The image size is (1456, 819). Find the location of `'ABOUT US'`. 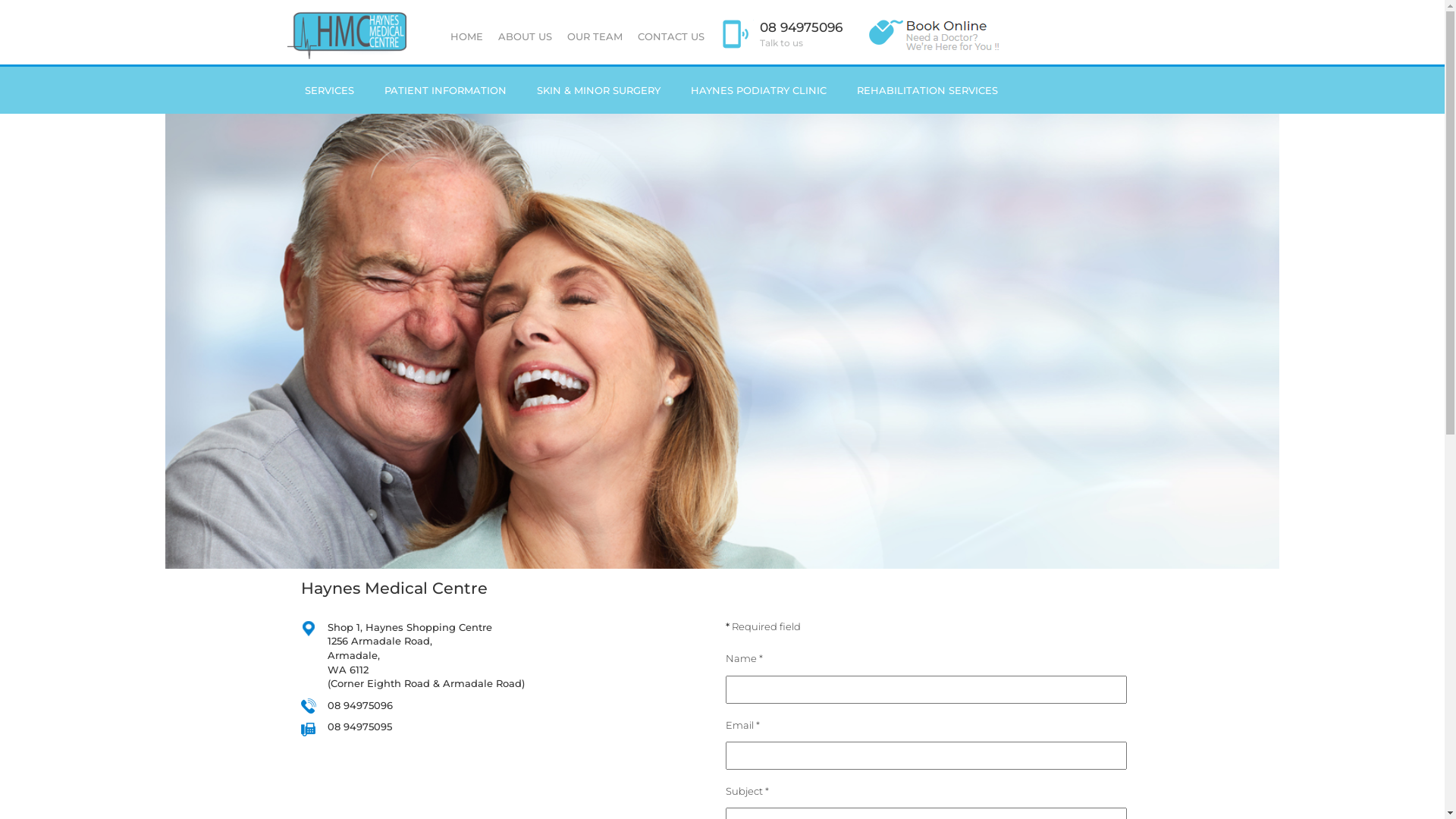

'ABOUT US' is located at coordinates (524, 35).